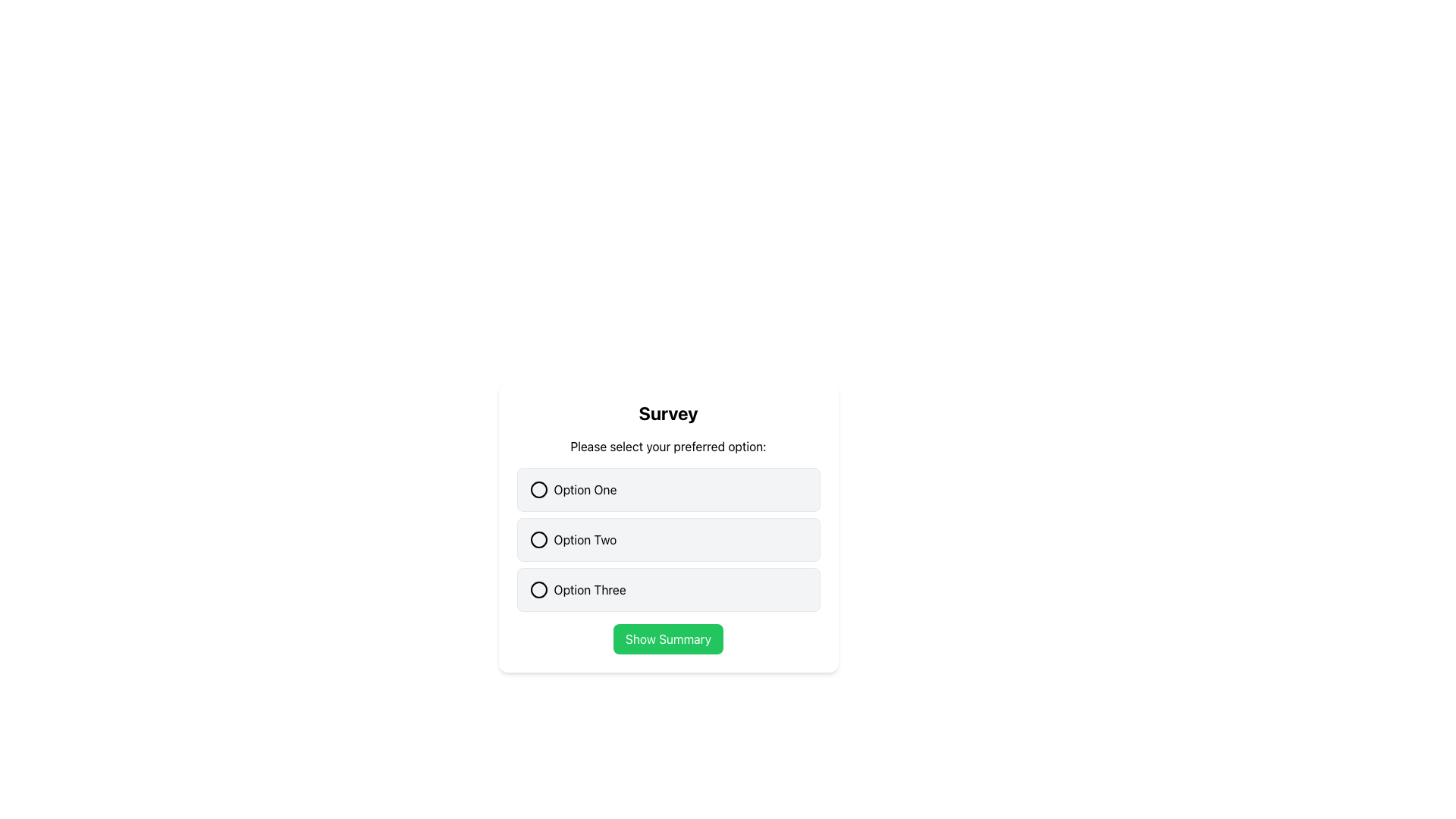  What do you see at coordinates (538, 539) in the screenshot?
I see `the circular radio button indicator located in the second option of the multiple-choice survey layout` at bounding box center [538, 539].